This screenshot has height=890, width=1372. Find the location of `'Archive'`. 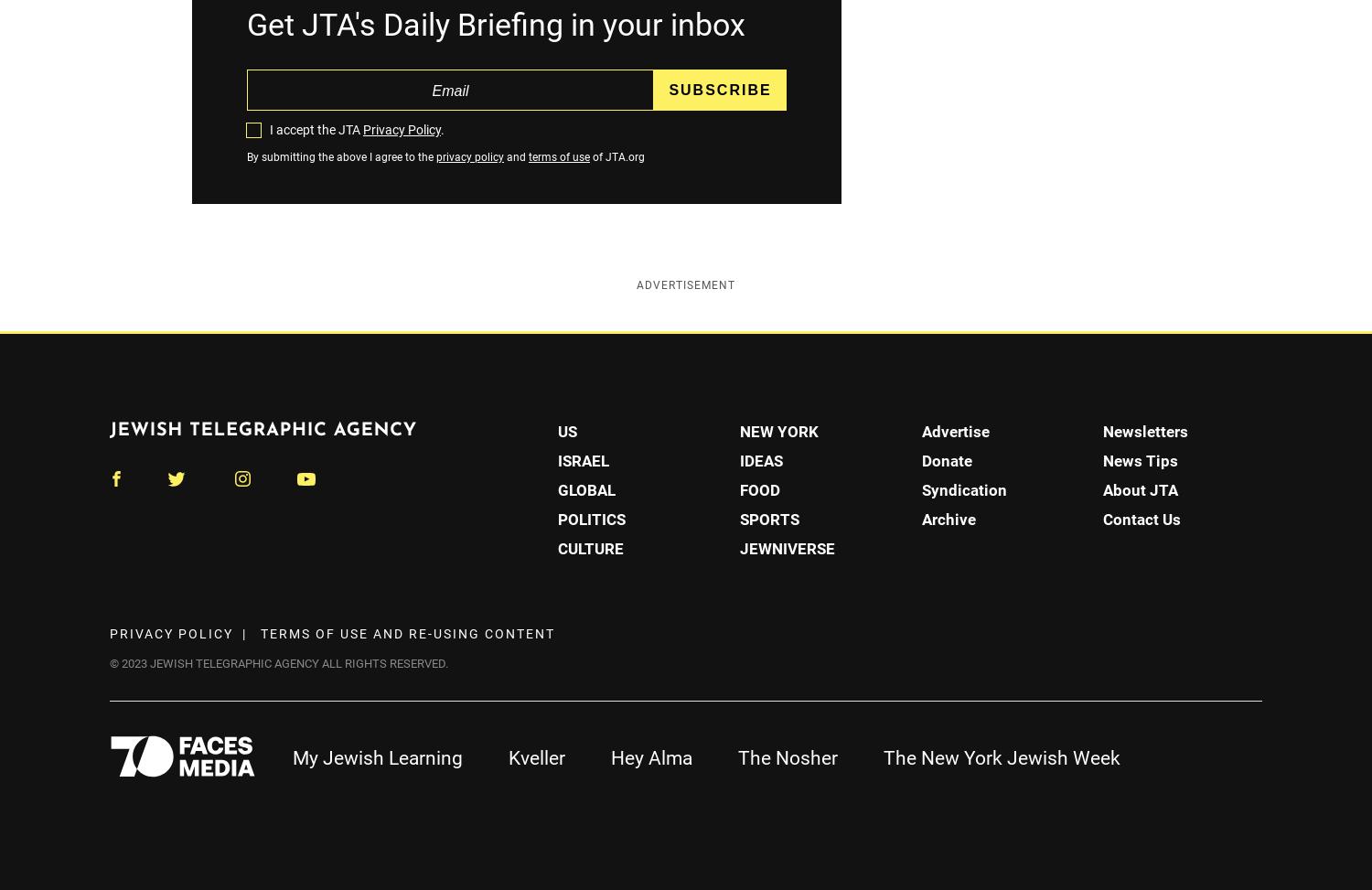

'Archive' is located at coordinates (948, 518).